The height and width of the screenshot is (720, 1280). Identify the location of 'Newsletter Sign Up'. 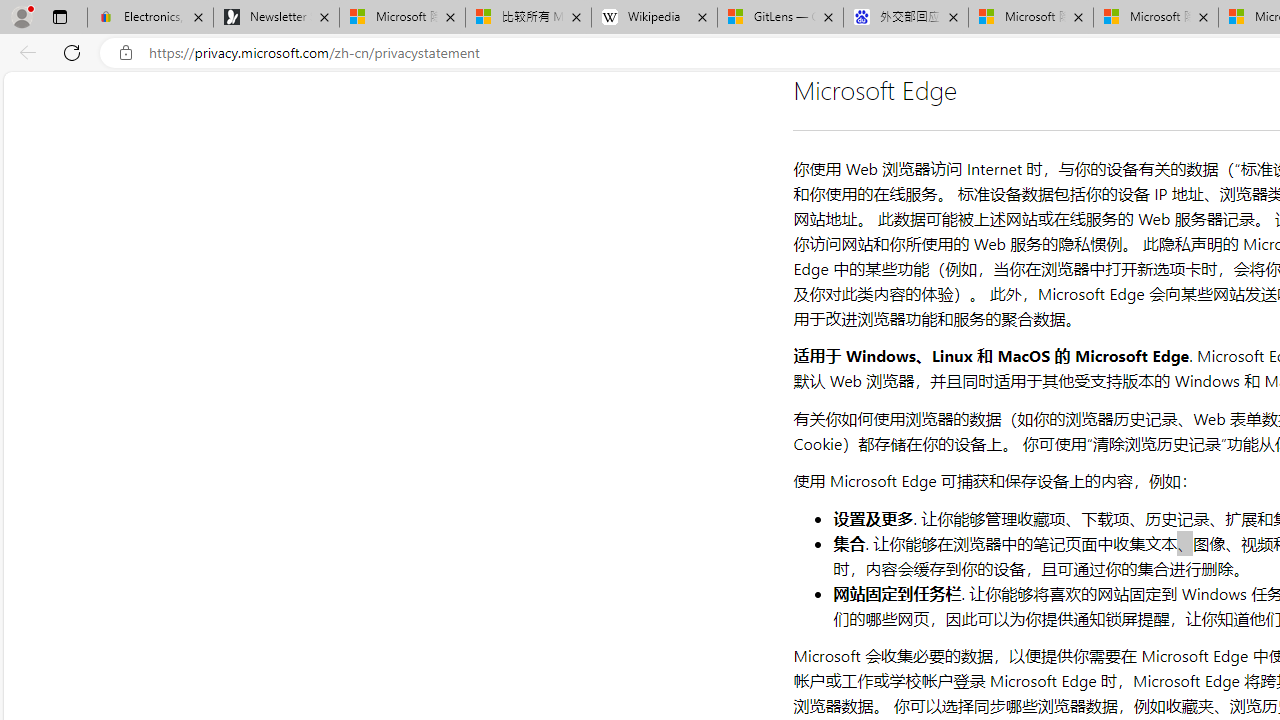
(275, 17).